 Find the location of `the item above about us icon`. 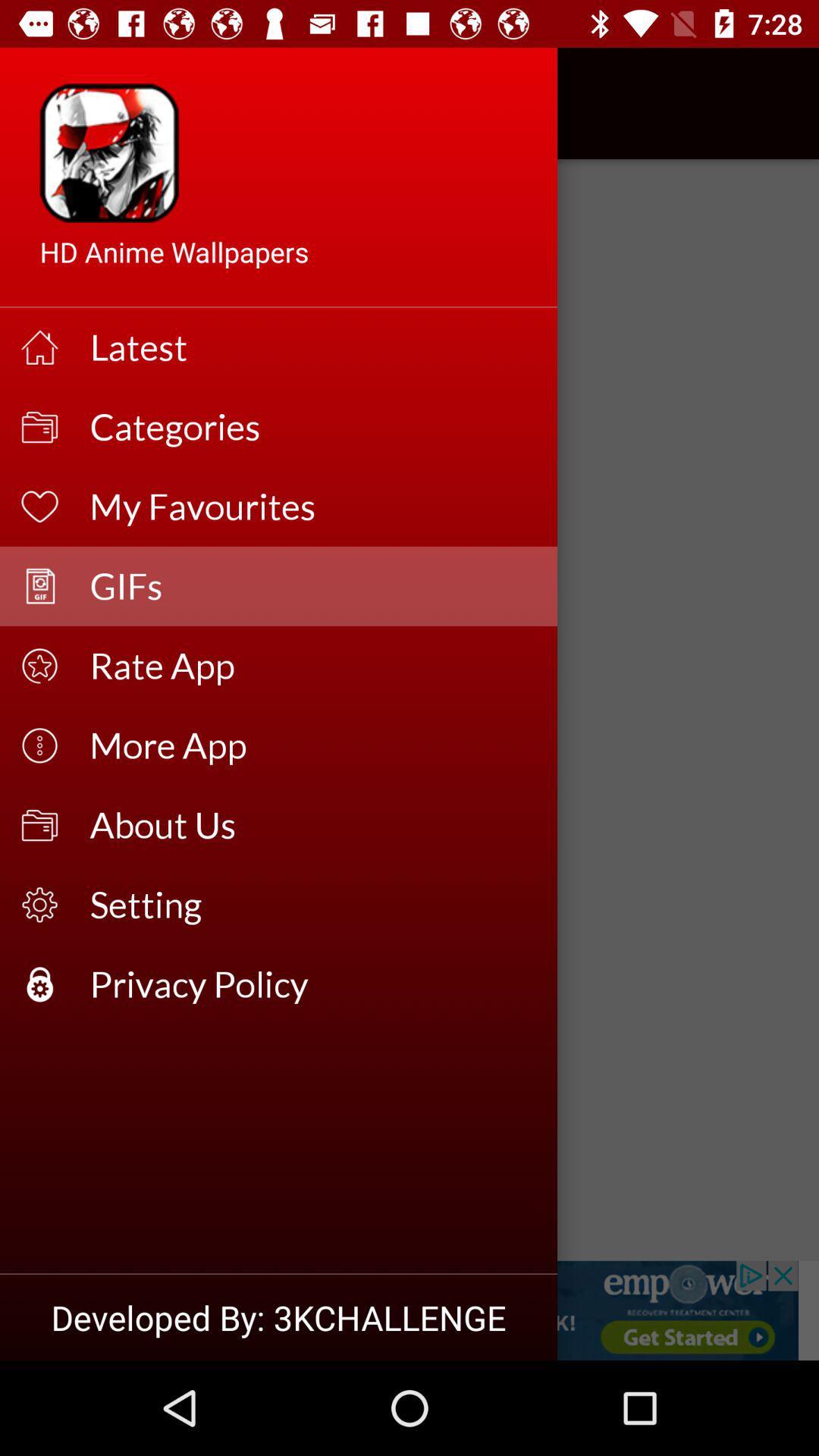

the item above about us icon is located at coordinates (312, 745).